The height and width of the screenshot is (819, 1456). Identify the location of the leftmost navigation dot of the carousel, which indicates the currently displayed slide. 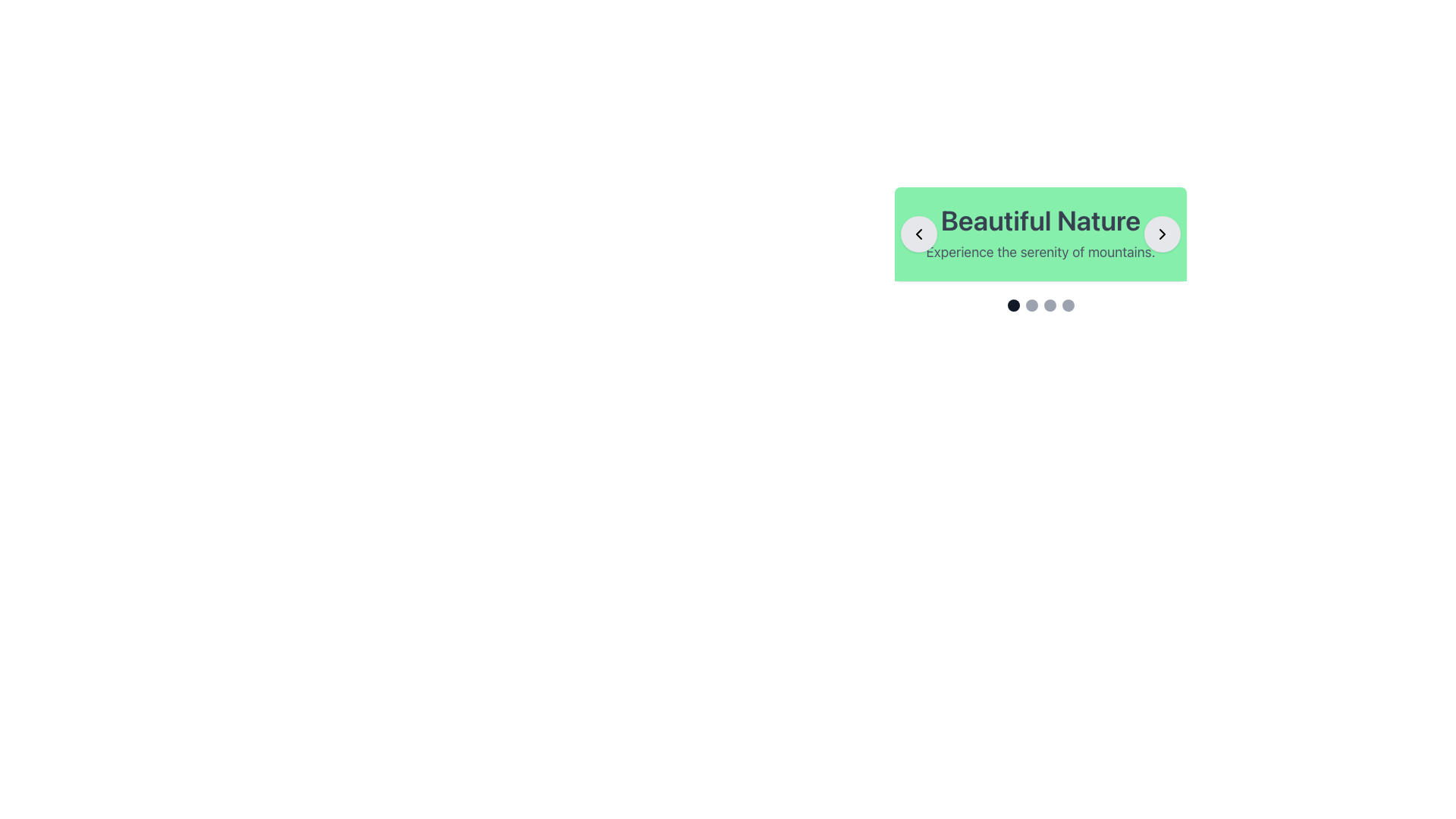
(1013, 305).